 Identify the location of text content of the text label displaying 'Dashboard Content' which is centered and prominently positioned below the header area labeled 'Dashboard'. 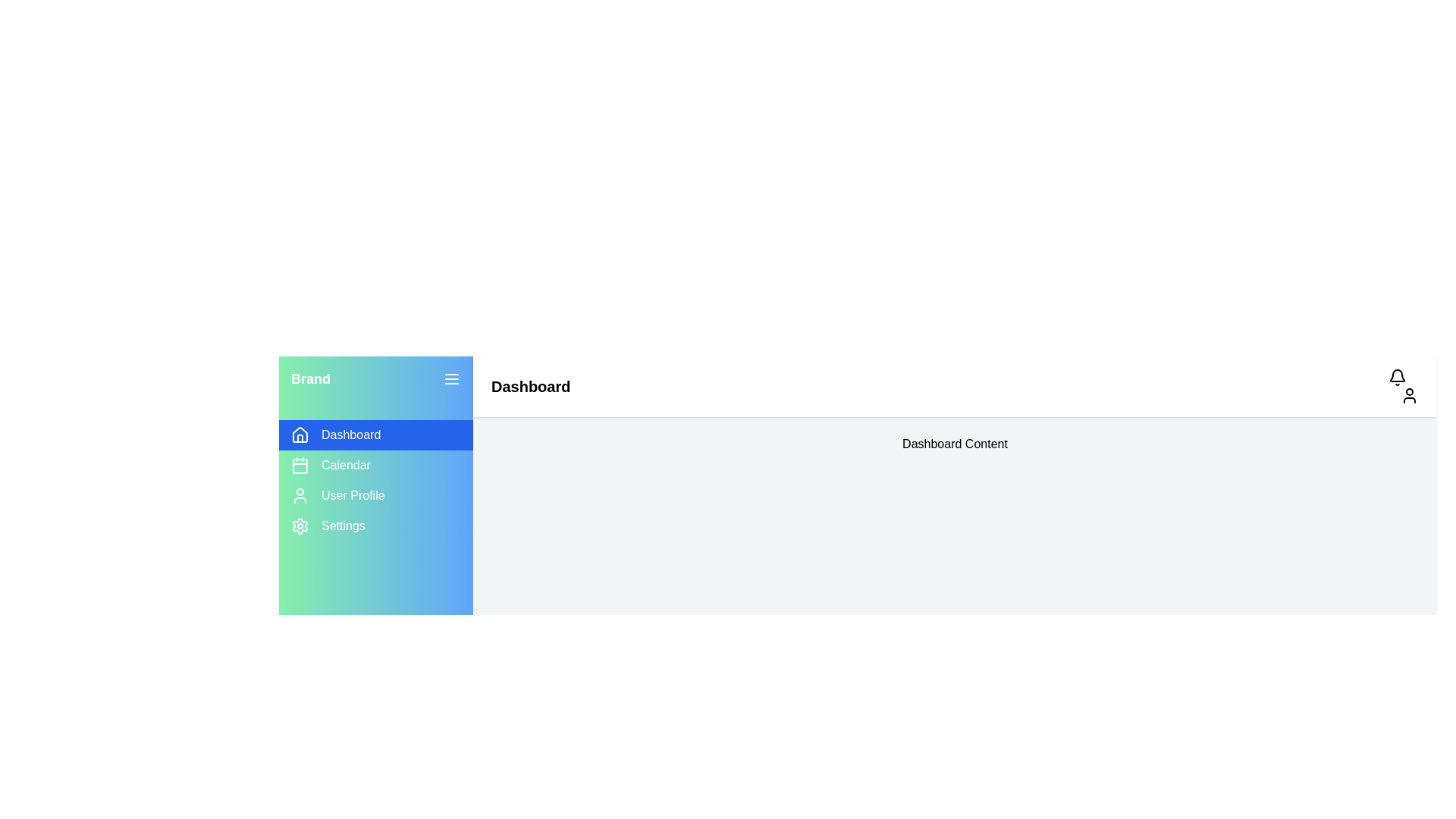
(954, 444).